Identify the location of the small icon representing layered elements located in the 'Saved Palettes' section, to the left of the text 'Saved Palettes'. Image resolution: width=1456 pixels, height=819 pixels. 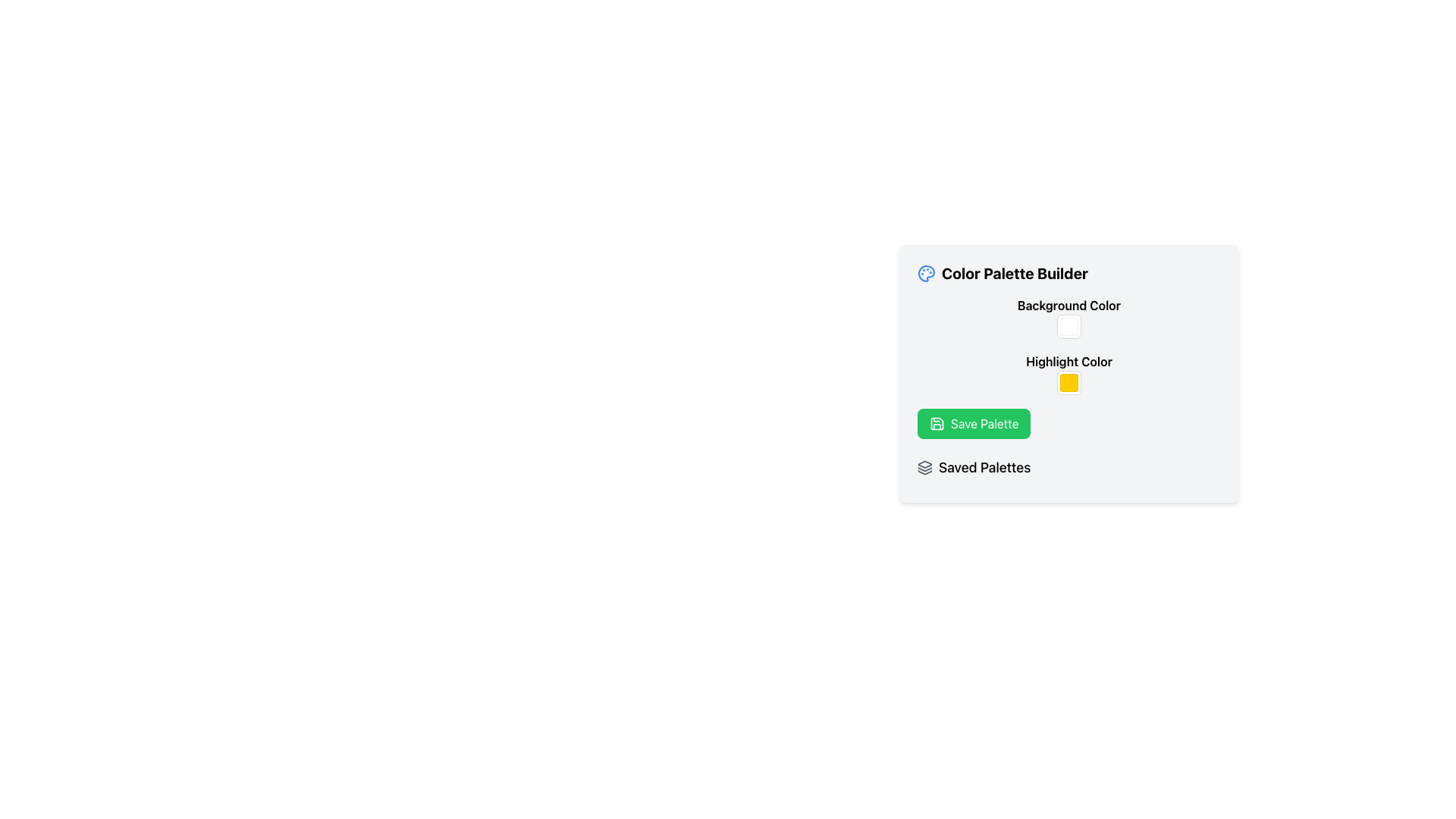
(924, 467).